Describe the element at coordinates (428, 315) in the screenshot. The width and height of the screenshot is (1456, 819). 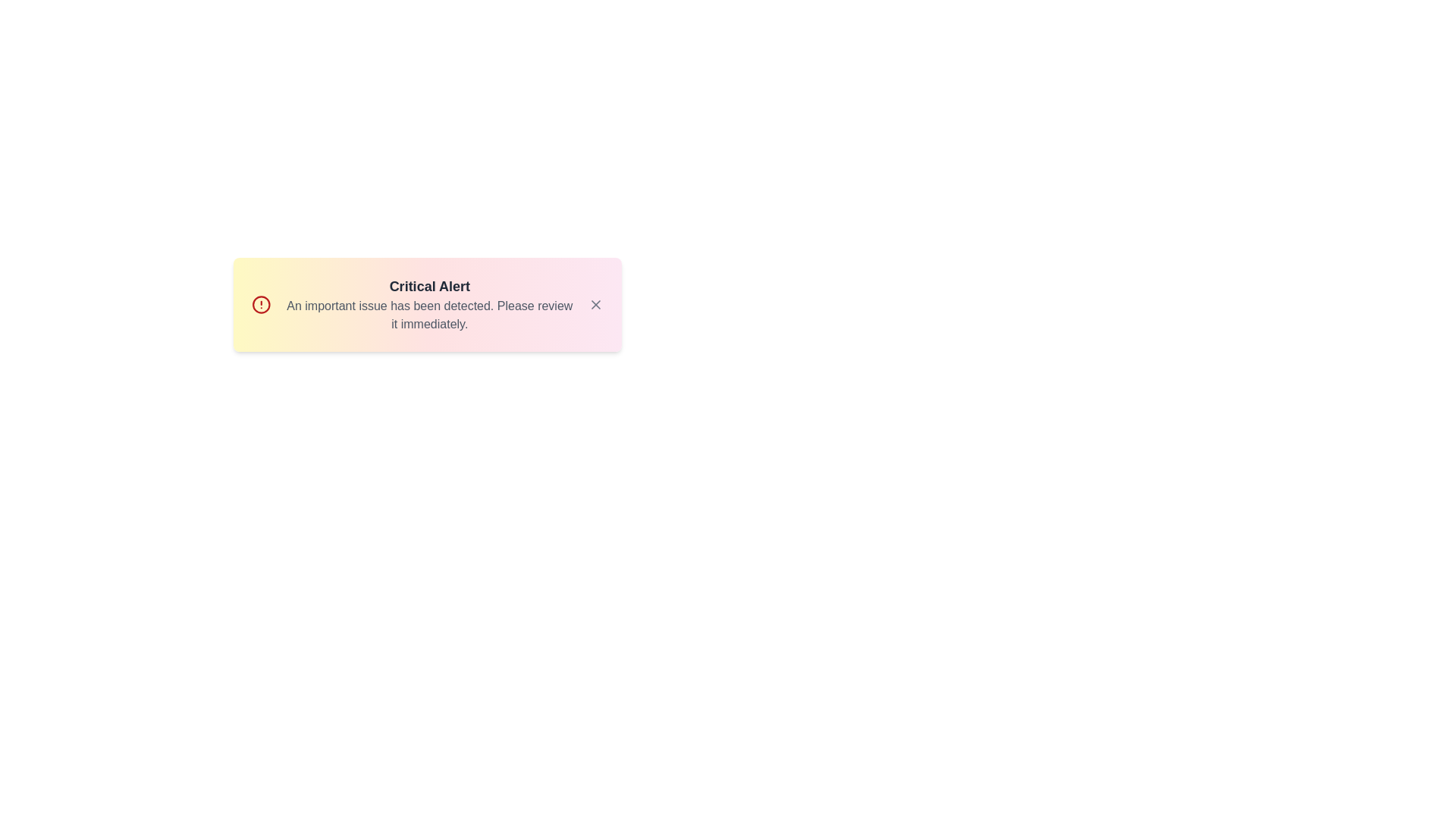
I see `text element styled in gray color that states 'An important issue has been detected. Please review it immediately.' located within the notification box under the heading 'Critical Alert'` at that location.